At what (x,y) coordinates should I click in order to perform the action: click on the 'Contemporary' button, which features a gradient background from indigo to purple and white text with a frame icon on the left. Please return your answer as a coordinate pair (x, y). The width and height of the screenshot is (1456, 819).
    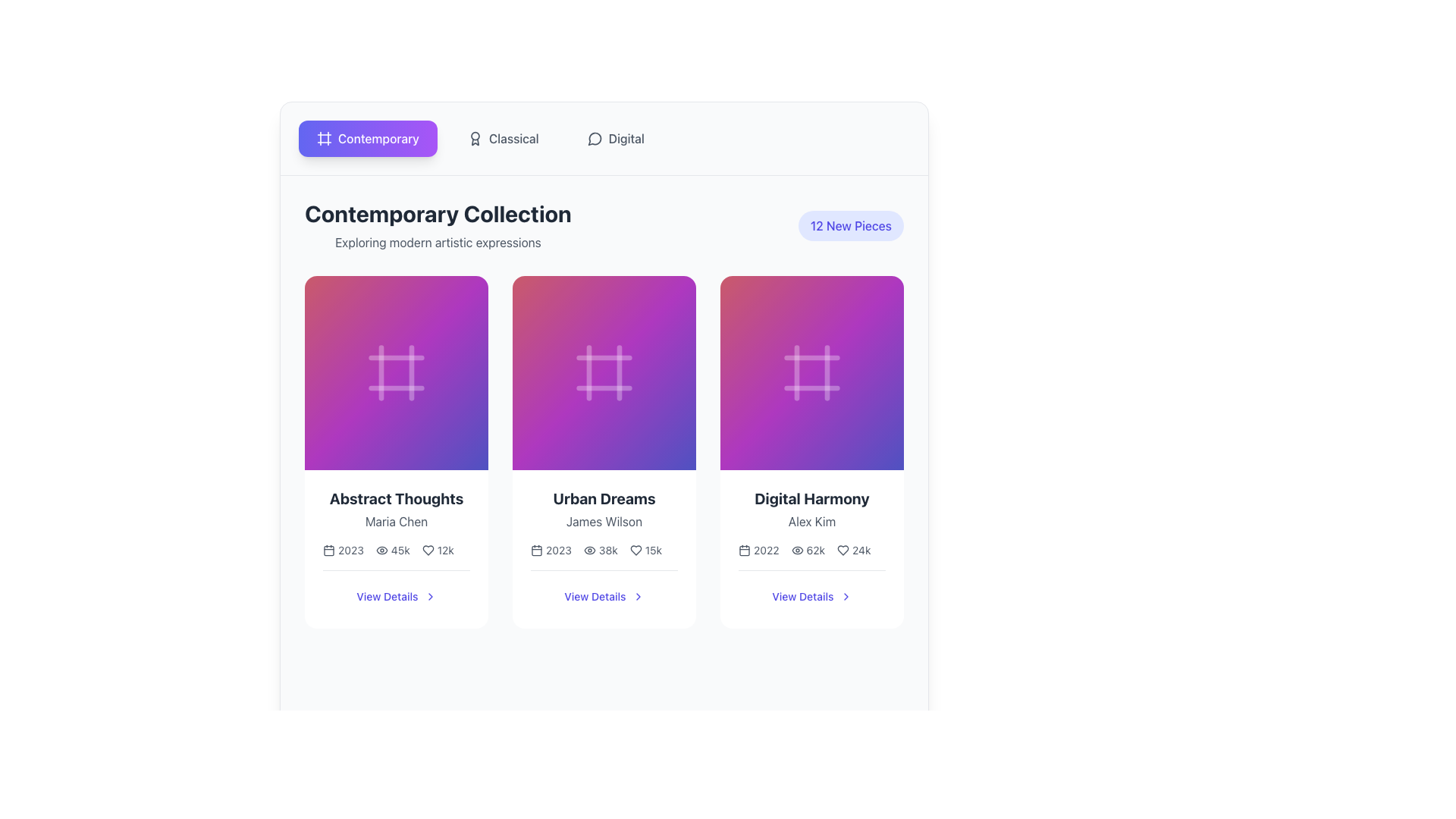
    Looking at the image, I should click on (368, 138).